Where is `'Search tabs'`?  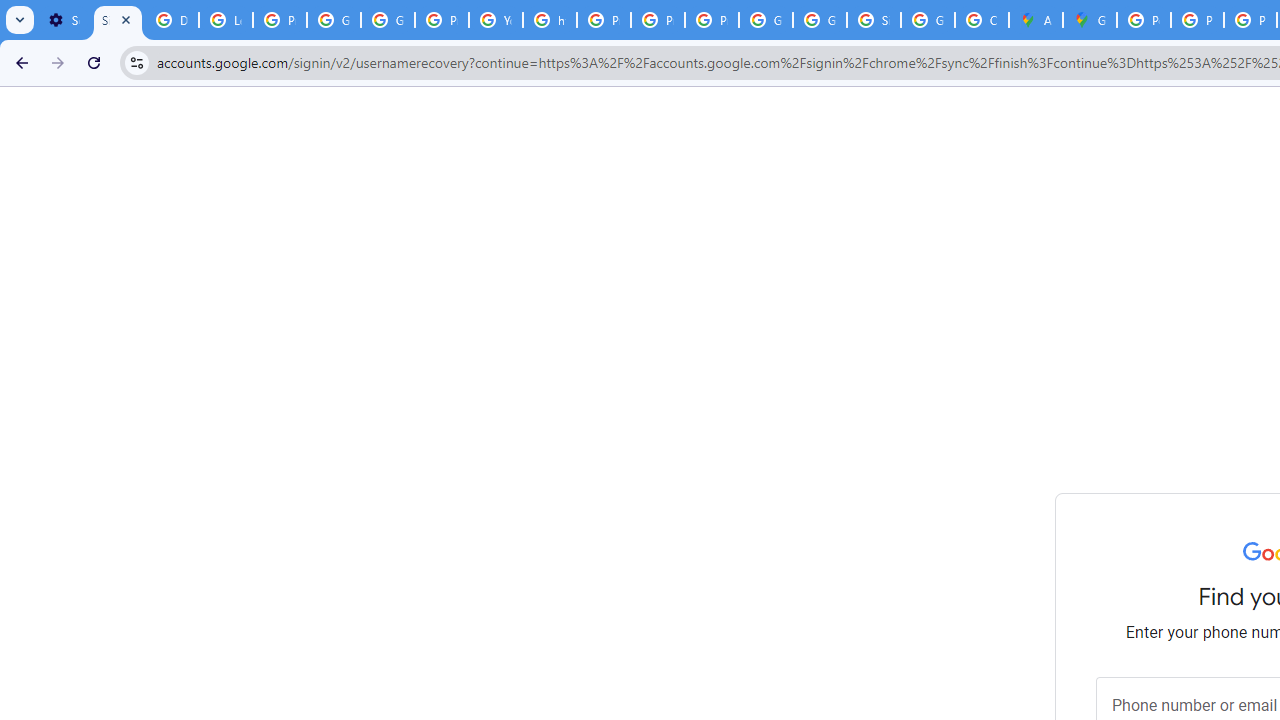 'Search tabs' is located at coordinates (20, 20).